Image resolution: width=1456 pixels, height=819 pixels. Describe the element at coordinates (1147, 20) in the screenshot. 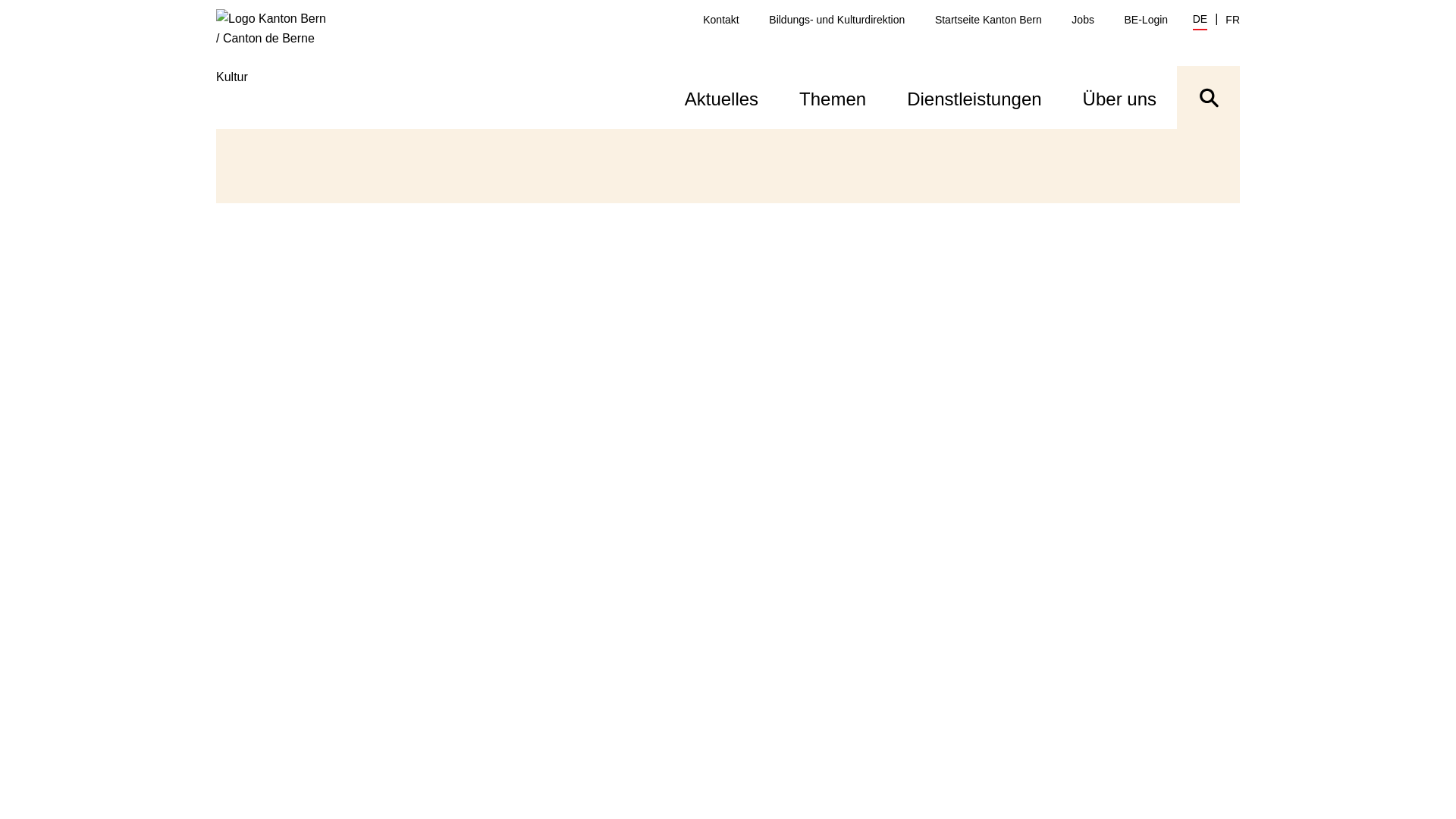

I see `'BE-Login'` at that location.